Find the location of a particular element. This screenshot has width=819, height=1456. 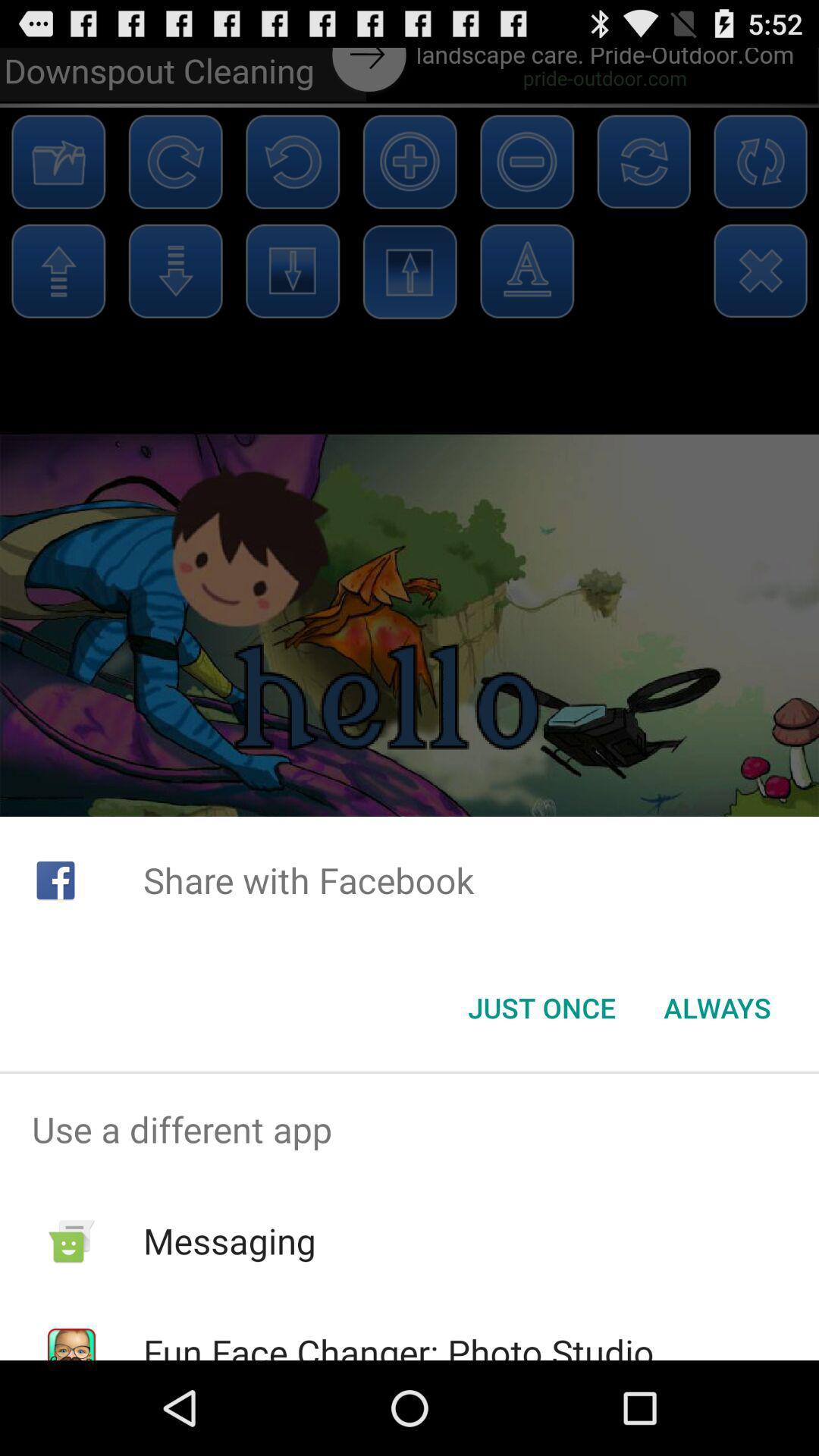

the app below share with facebook item is located at coordinates (717, 1008).